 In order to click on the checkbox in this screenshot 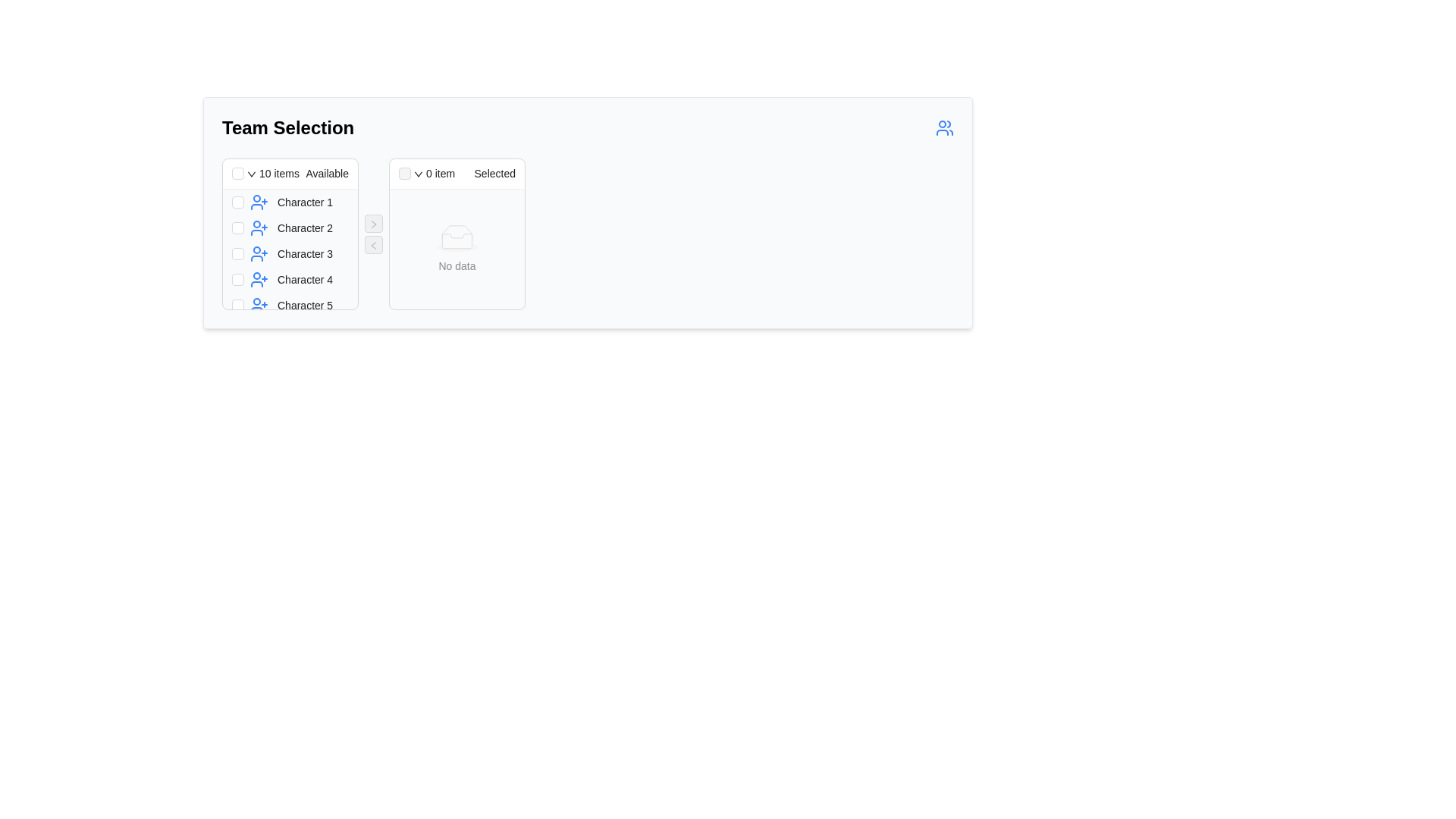, I will do `click(237, 305)`.